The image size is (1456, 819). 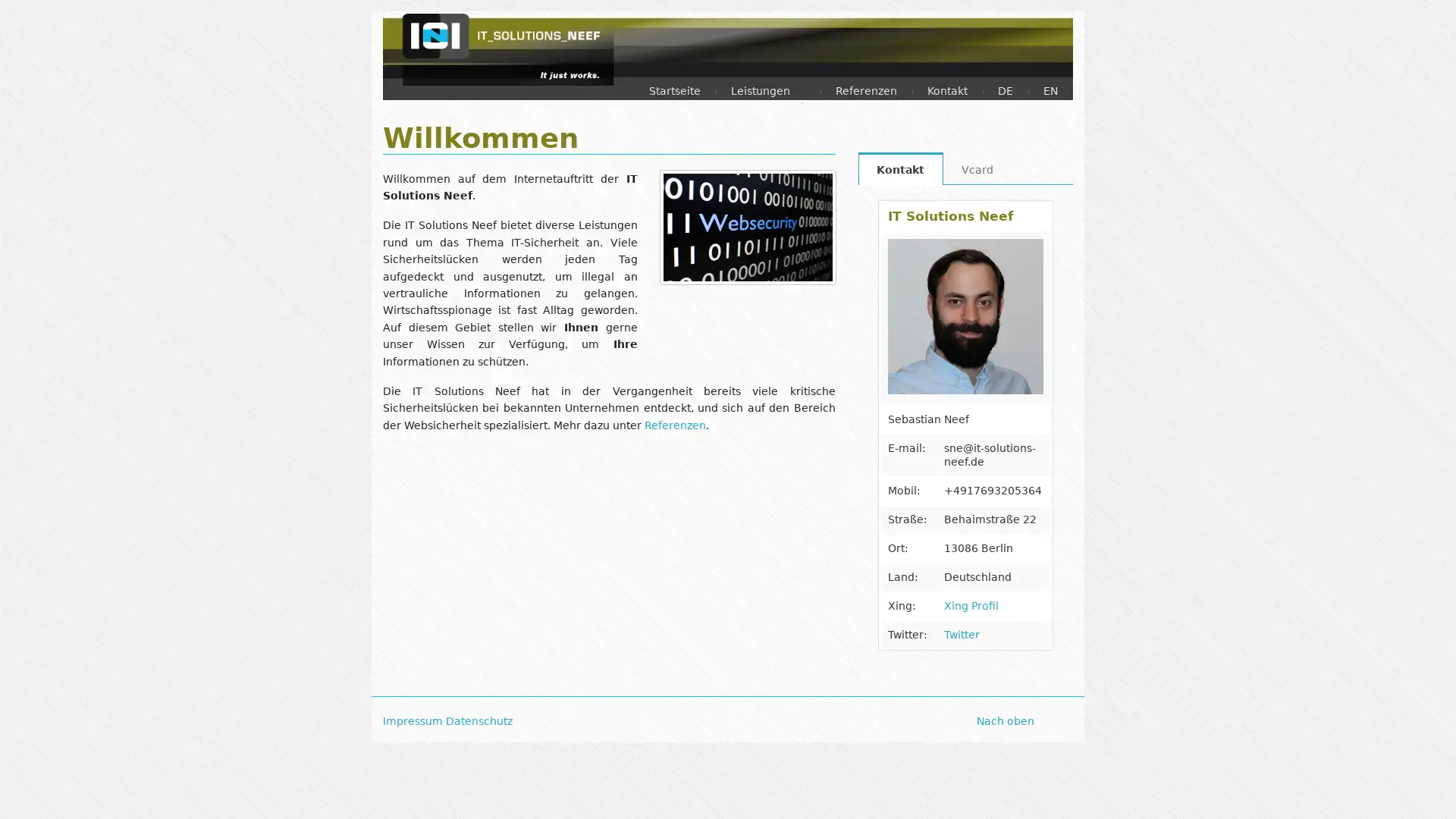 What do you see at coordinates (1380, 791) in the screenshot?
I see `dismiss cookie message` at bounding box center [1380, 791].